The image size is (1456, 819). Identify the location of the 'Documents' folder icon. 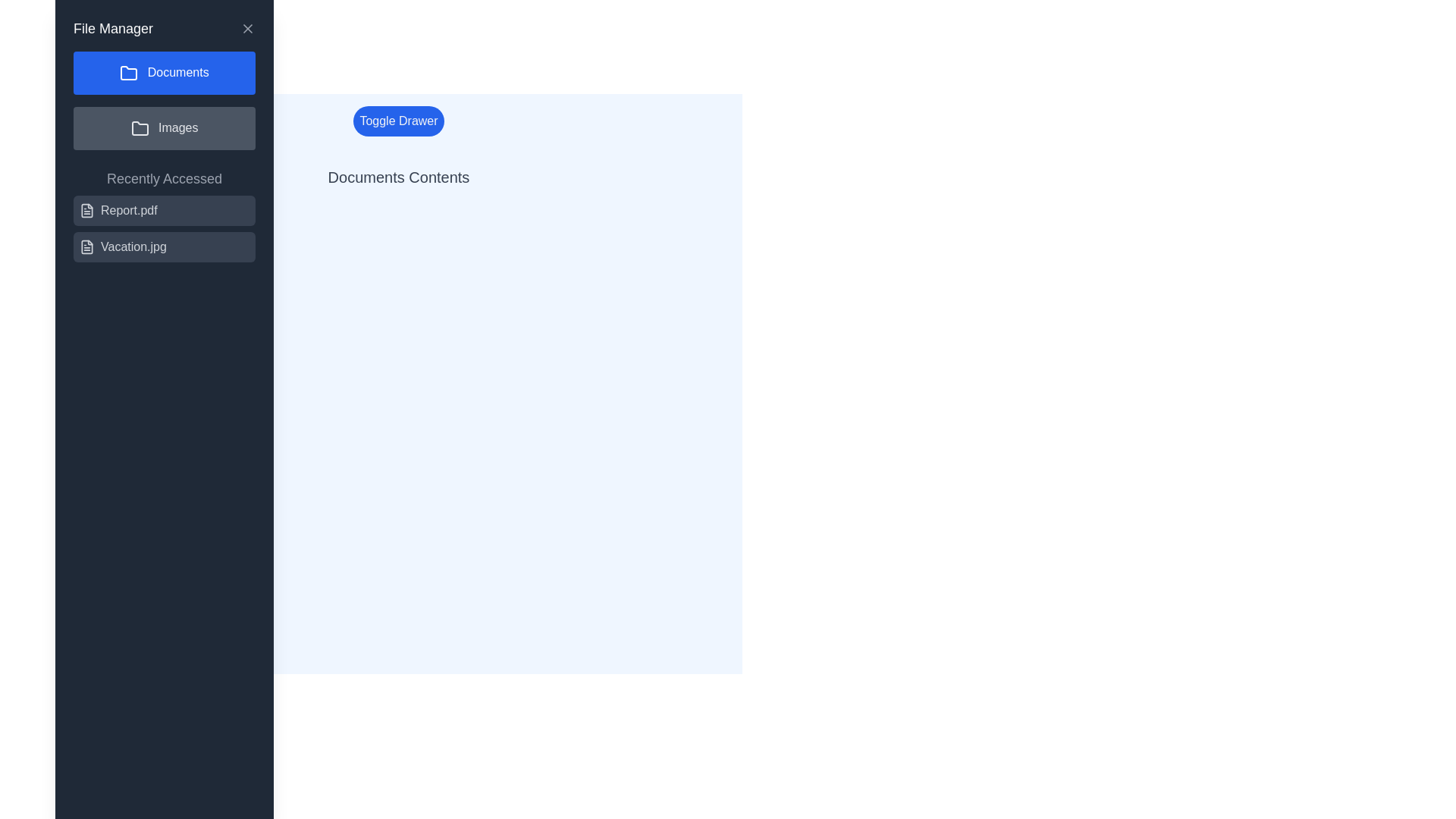
(129, 73).